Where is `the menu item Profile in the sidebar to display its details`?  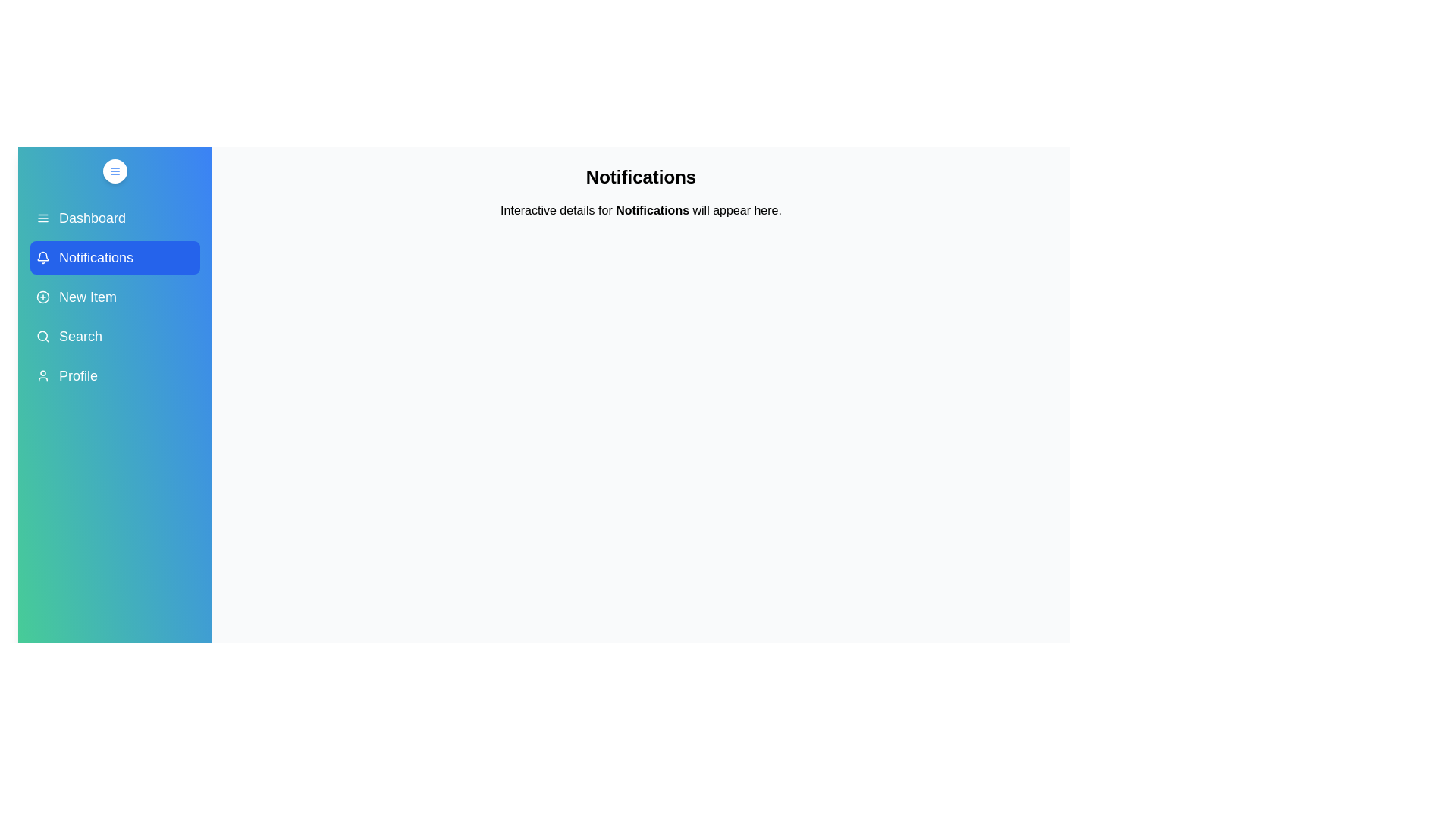 the menu item Profile in the sidebar to display its details is located at coordinates (115, 375).